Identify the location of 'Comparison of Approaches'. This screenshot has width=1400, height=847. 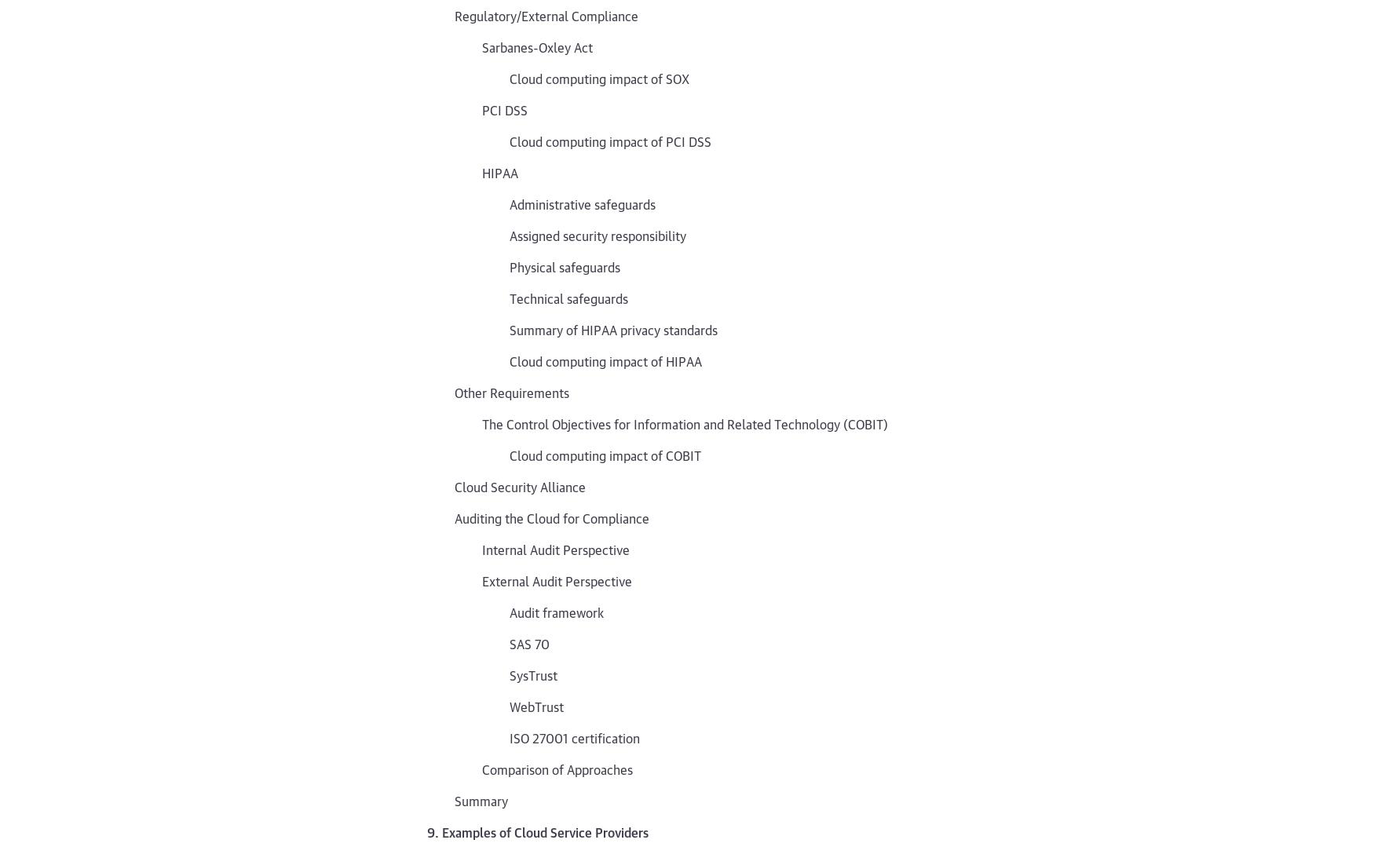
(556, 767).